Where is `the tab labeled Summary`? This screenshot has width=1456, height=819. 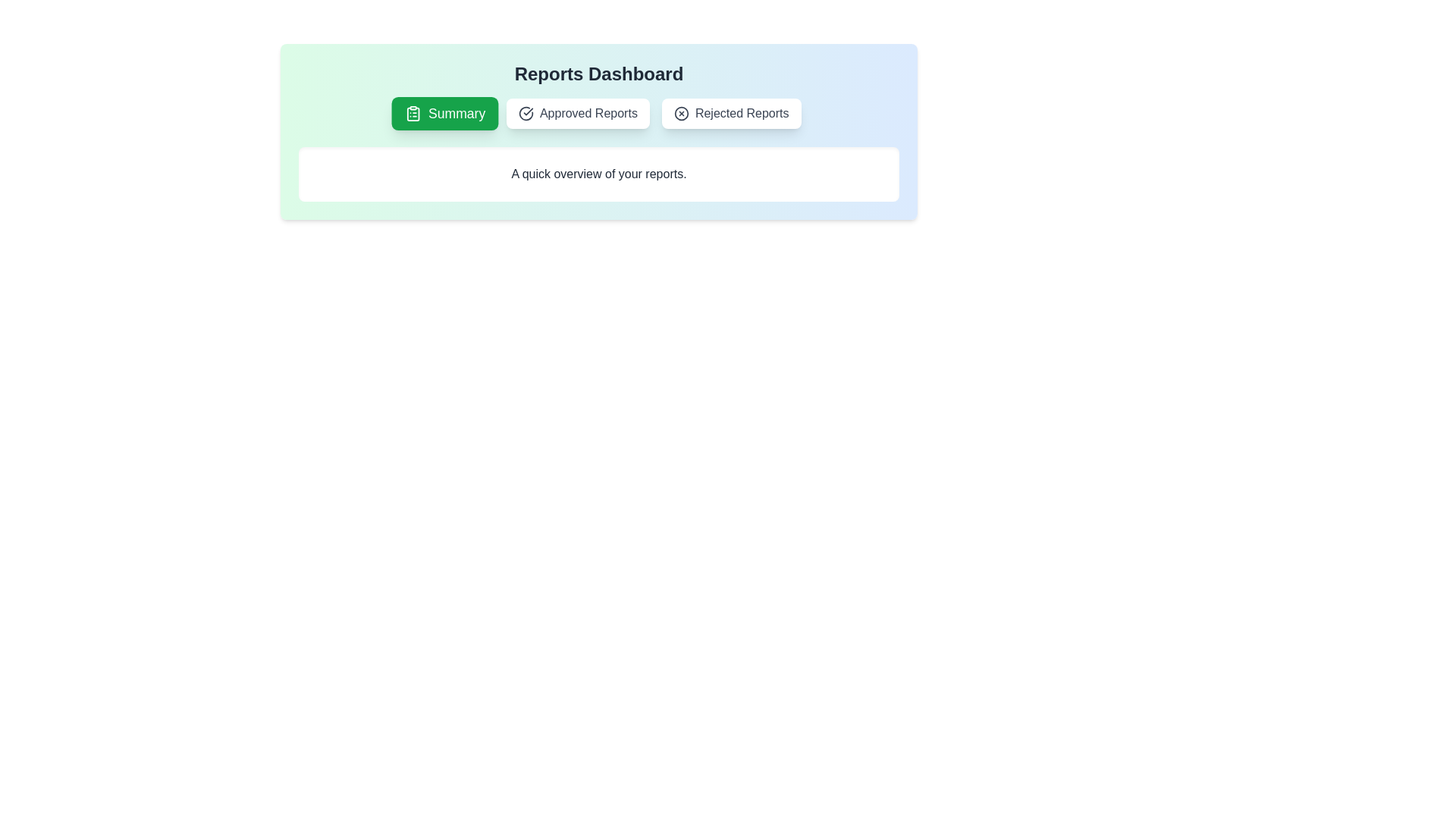
the tab labeled Summary is located at coordinates (444, 113).